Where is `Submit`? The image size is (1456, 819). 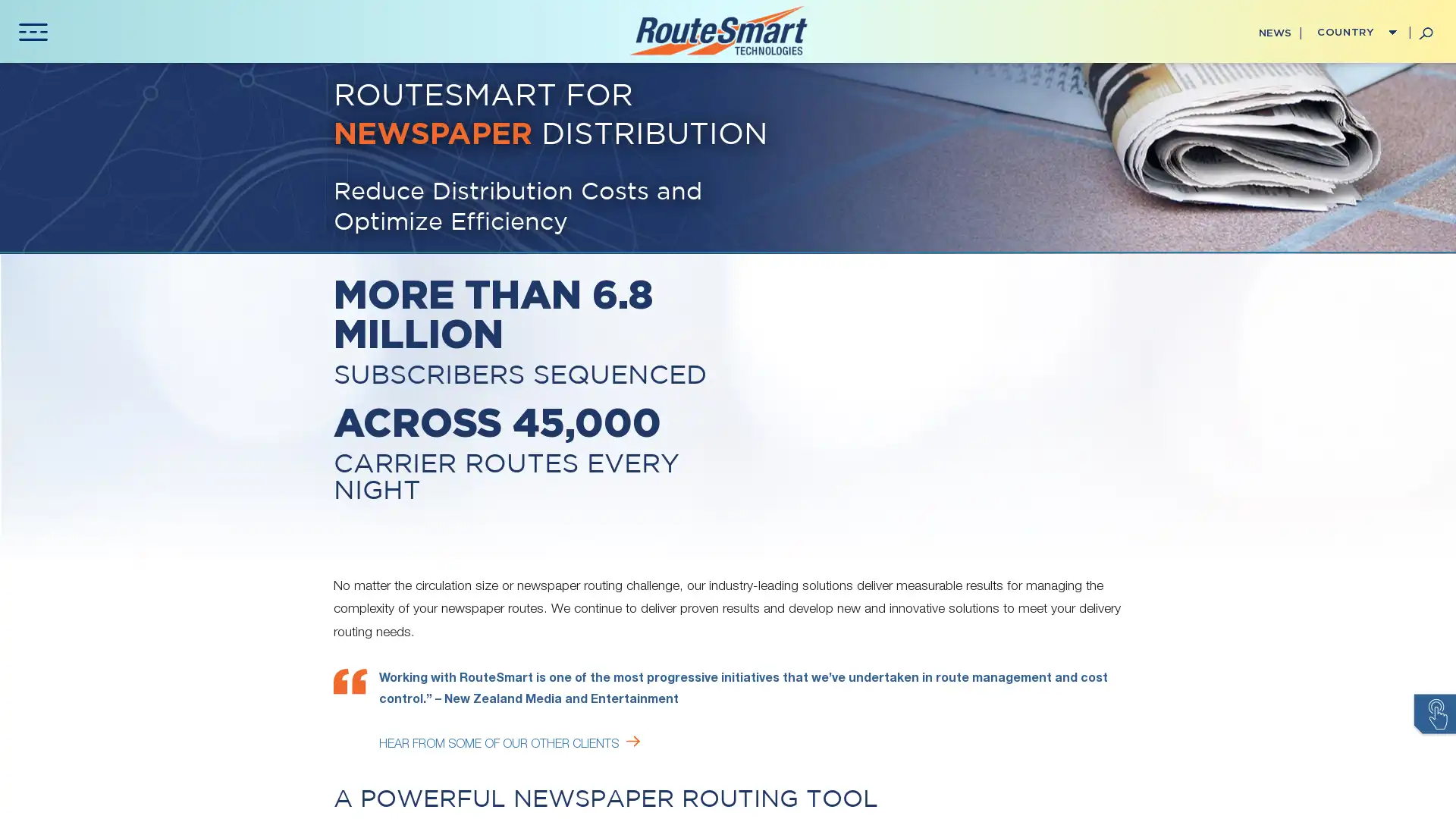
Submit is located at coordinates (371, 552).